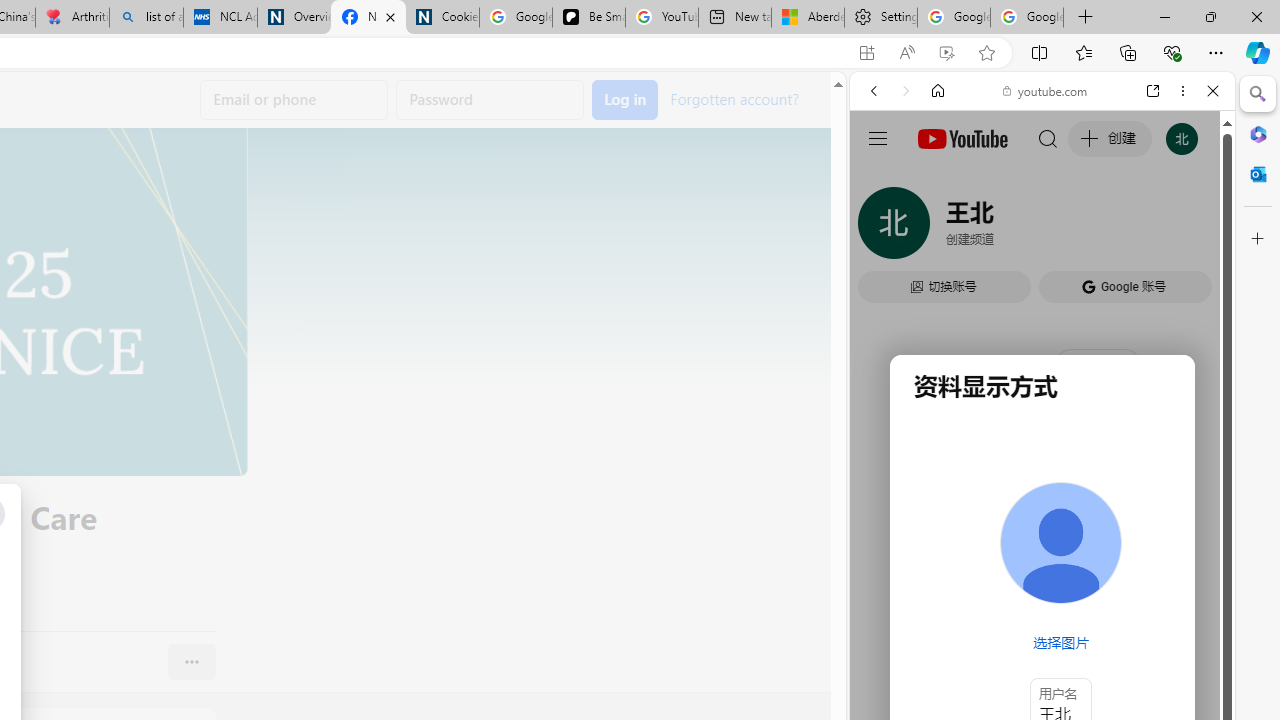  What do you see at coordinates (887, 288) in the screenshot?
I see `'Global web icon'` at bounding box center [887, 288].